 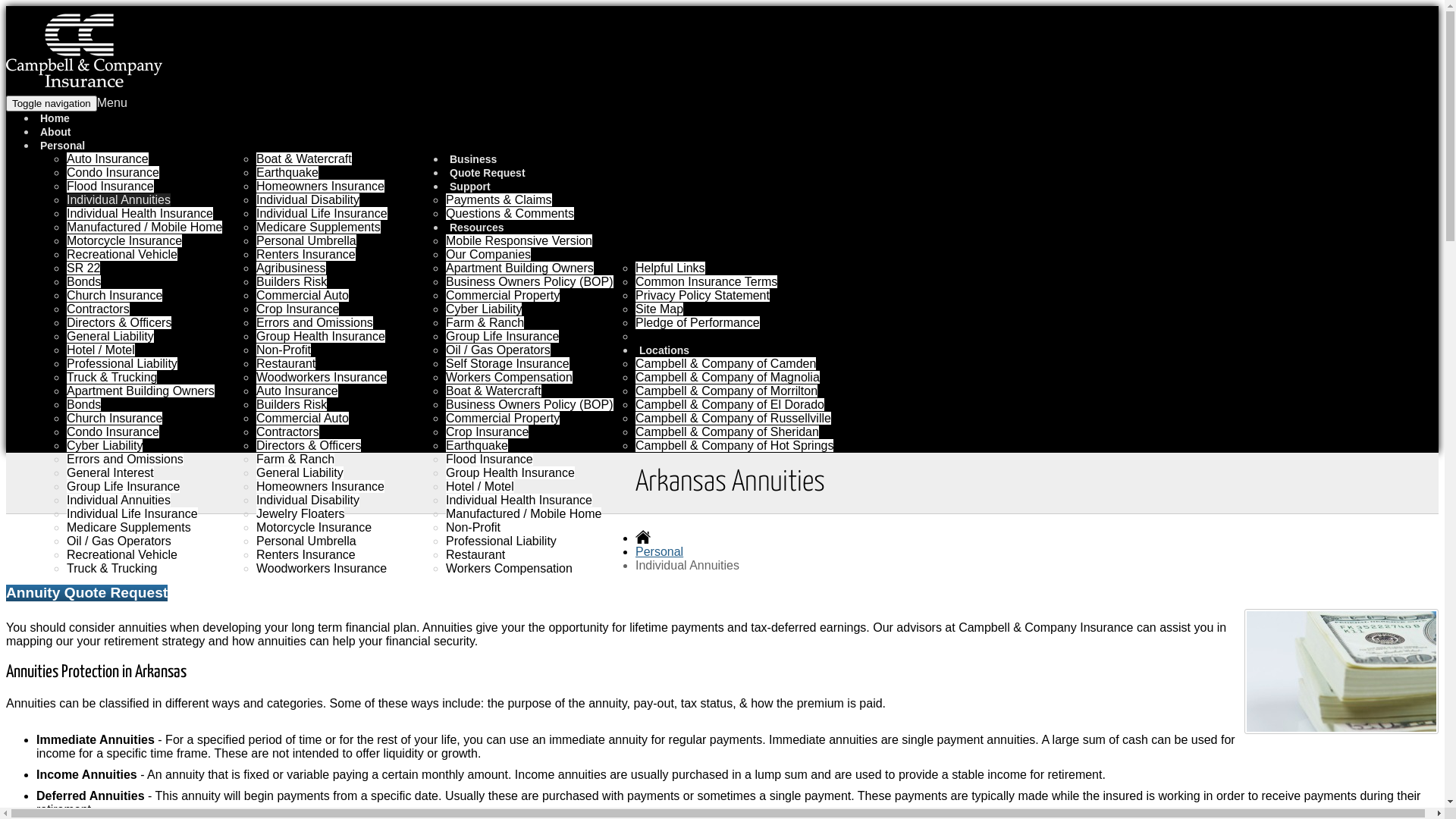 What do you see at coordinates (666, 350) in the screenshot?
I see `'Locations'` at bounding box center [666, 350].